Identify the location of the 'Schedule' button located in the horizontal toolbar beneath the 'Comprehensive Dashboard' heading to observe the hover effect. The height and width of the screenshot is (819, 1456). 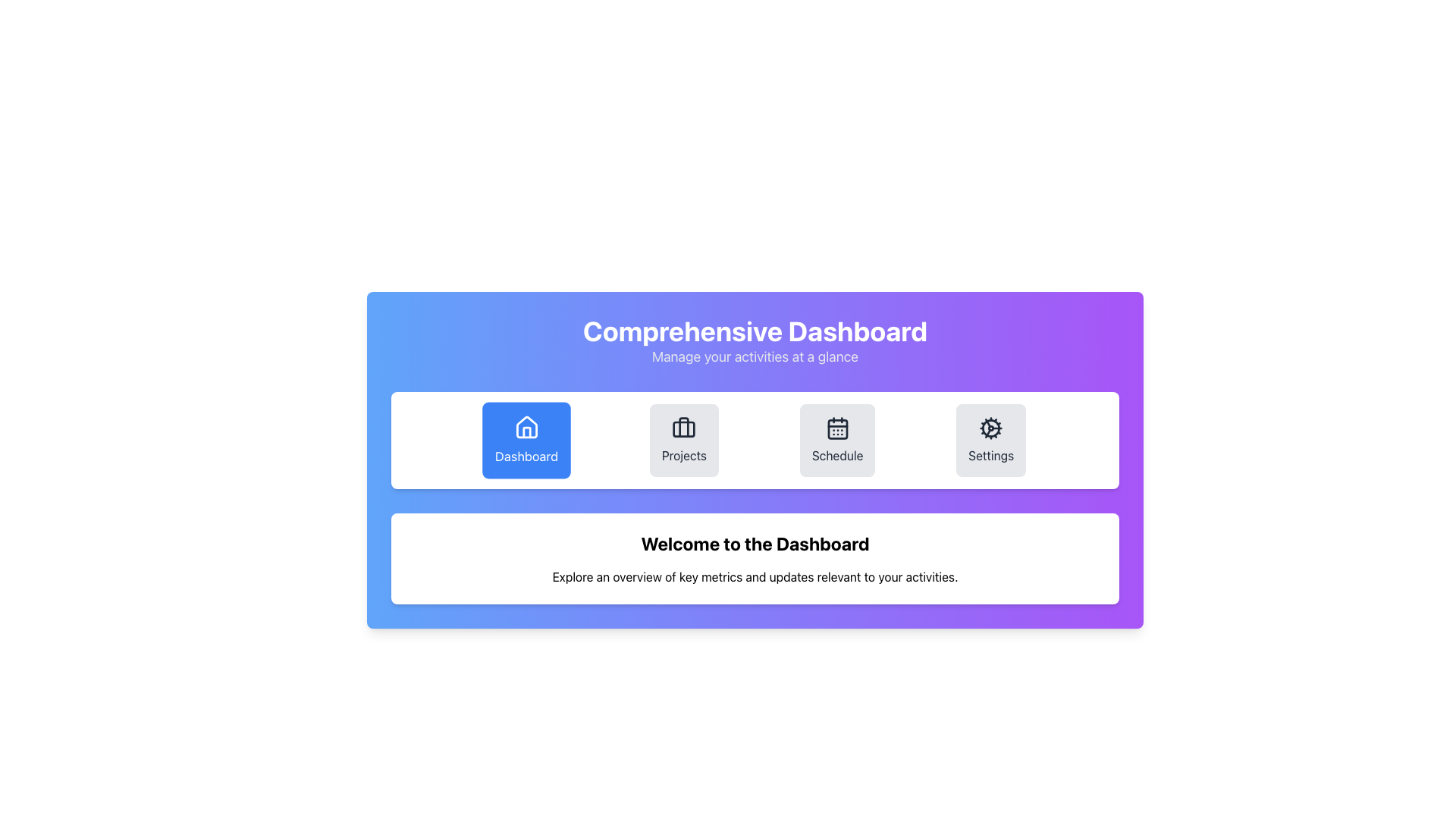
(836, 441).